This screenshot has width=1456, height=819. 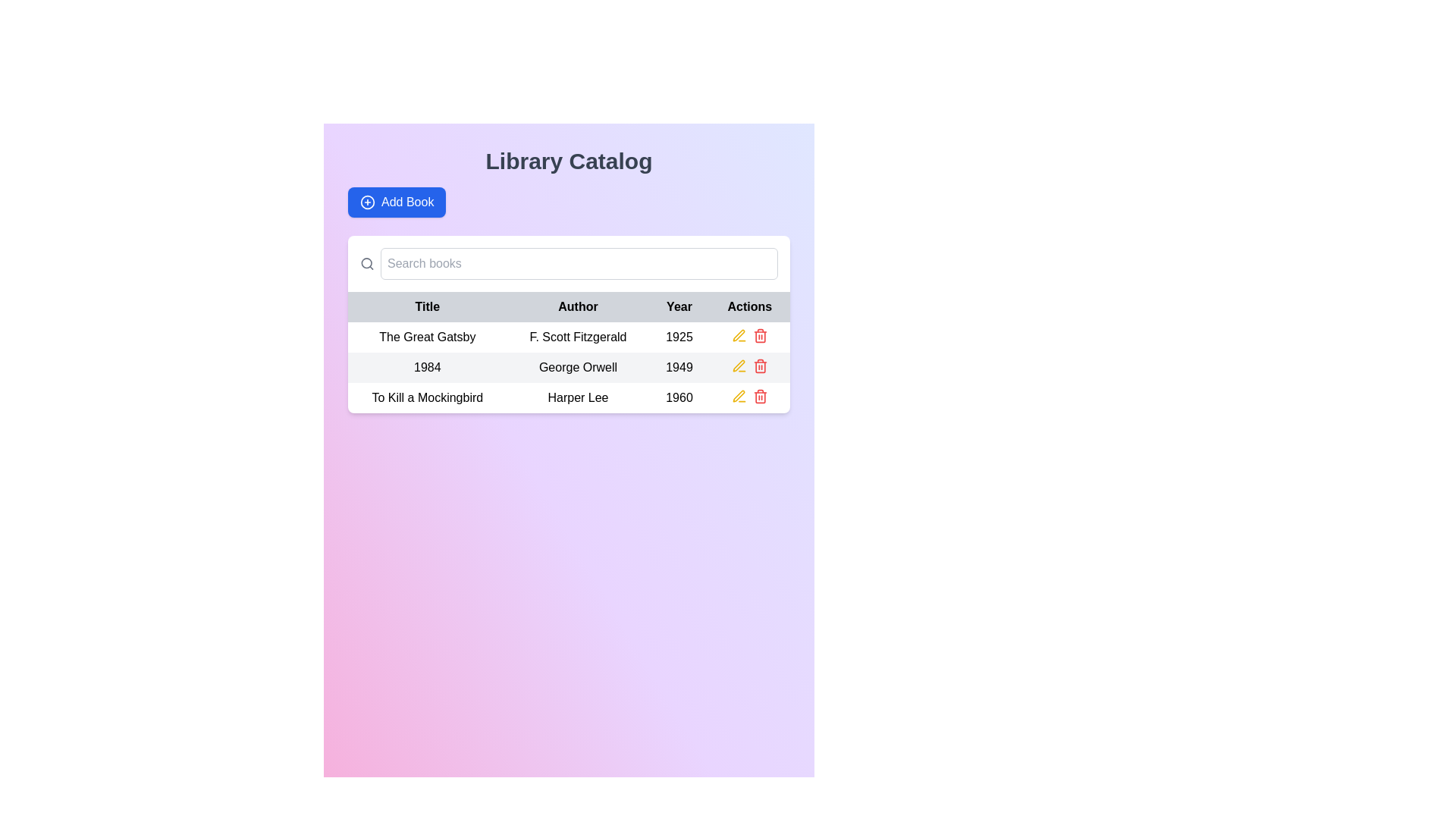 I want to click on the trash can icon element in the 'Actions' column, which is part of the SVG graphic representing the deletion function for the 'To Kill a Mockingbird' row, so click(x=760, y=336).